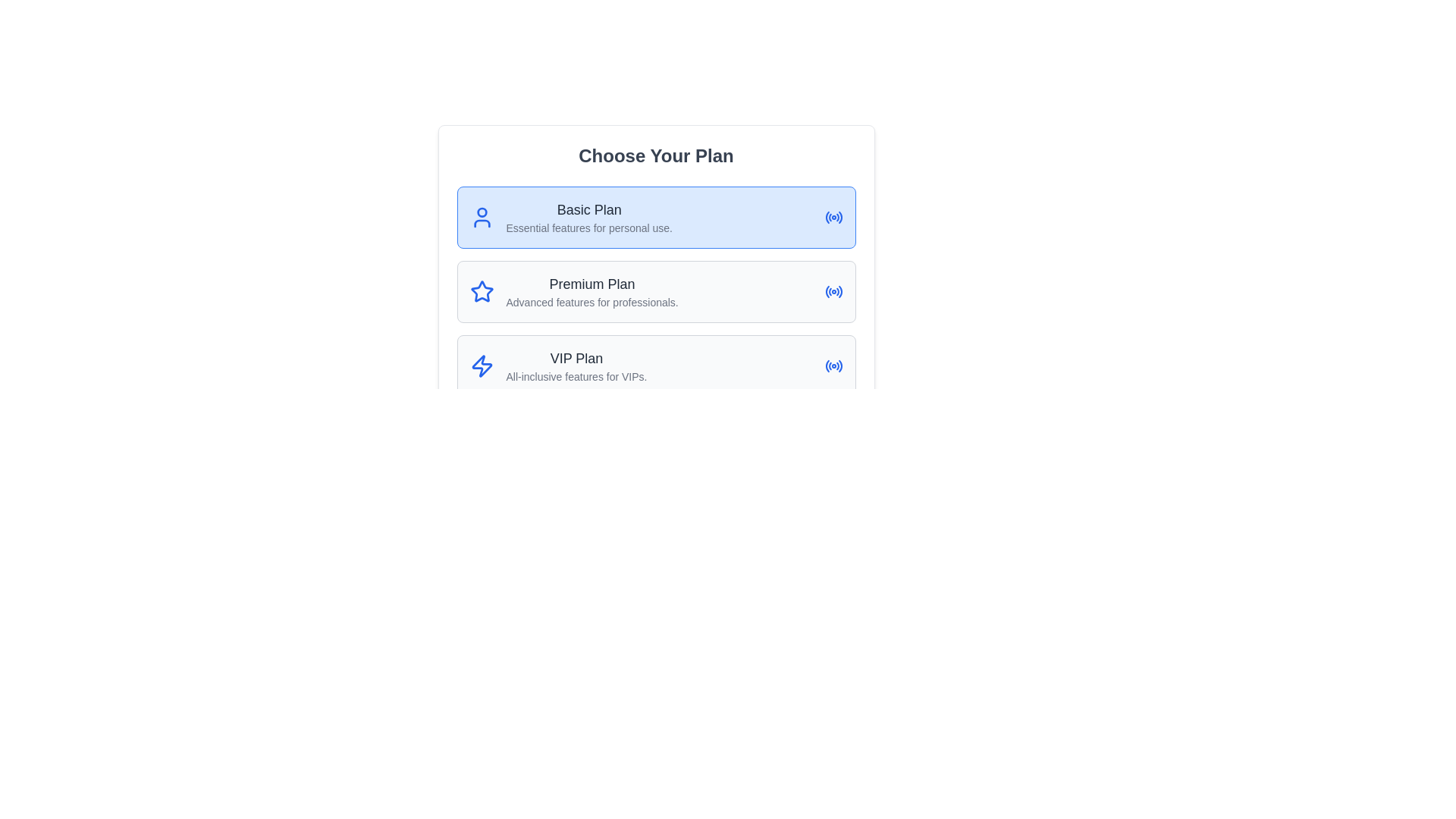 Image resolution: width=1456 pixels, height=819 pixels. What do you see at coordinates (591, 302) in the screenshot?
I see `static text label that reads 'Advanced features for professionals.' located below the 'Premium Plan' title` at bounding box center [591, 302].